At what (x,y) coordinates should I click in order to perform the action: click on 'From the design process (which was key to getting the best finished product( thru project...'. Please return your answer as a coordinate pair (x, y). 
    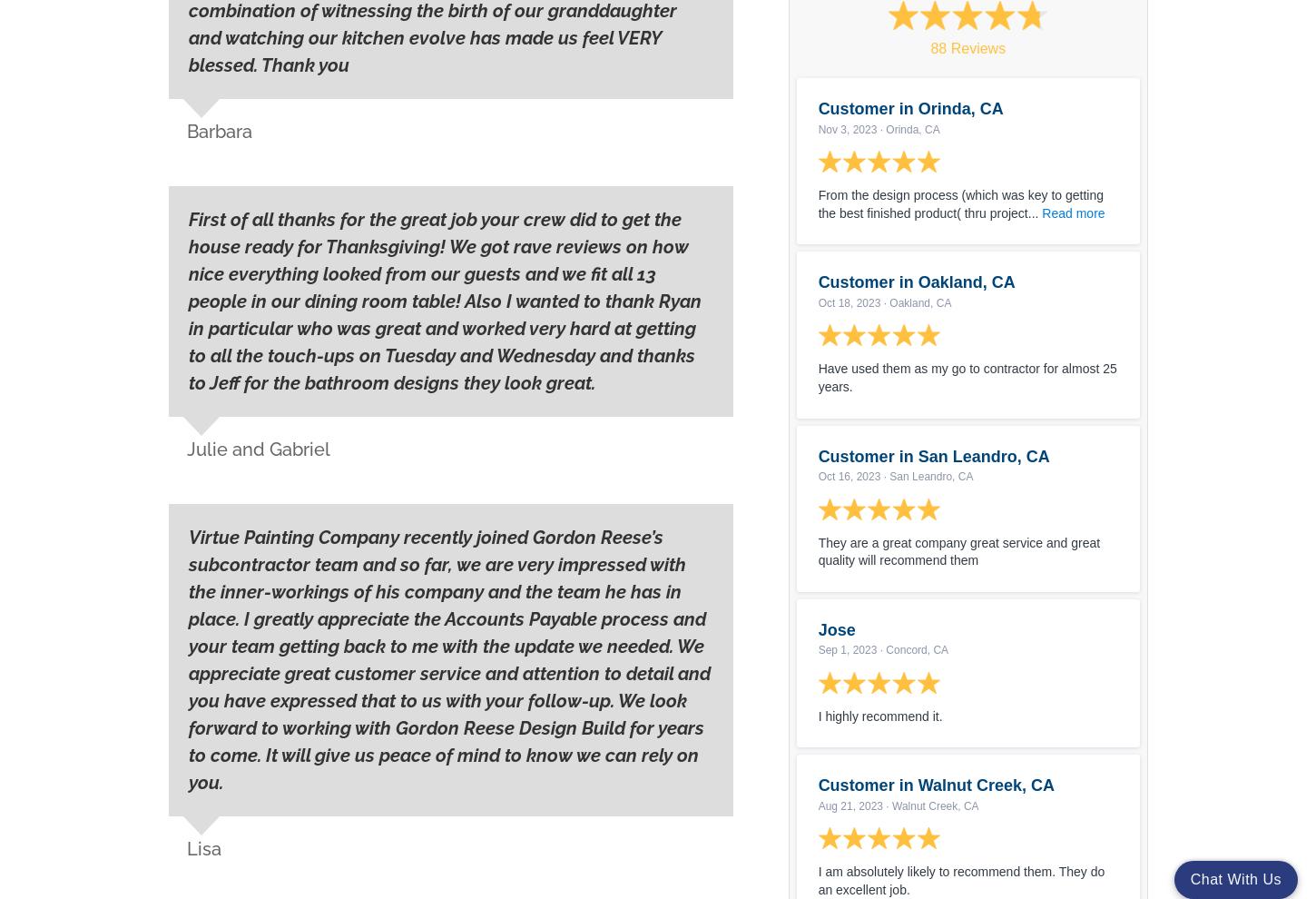
    Looking at the image, I should click on (960, 203).